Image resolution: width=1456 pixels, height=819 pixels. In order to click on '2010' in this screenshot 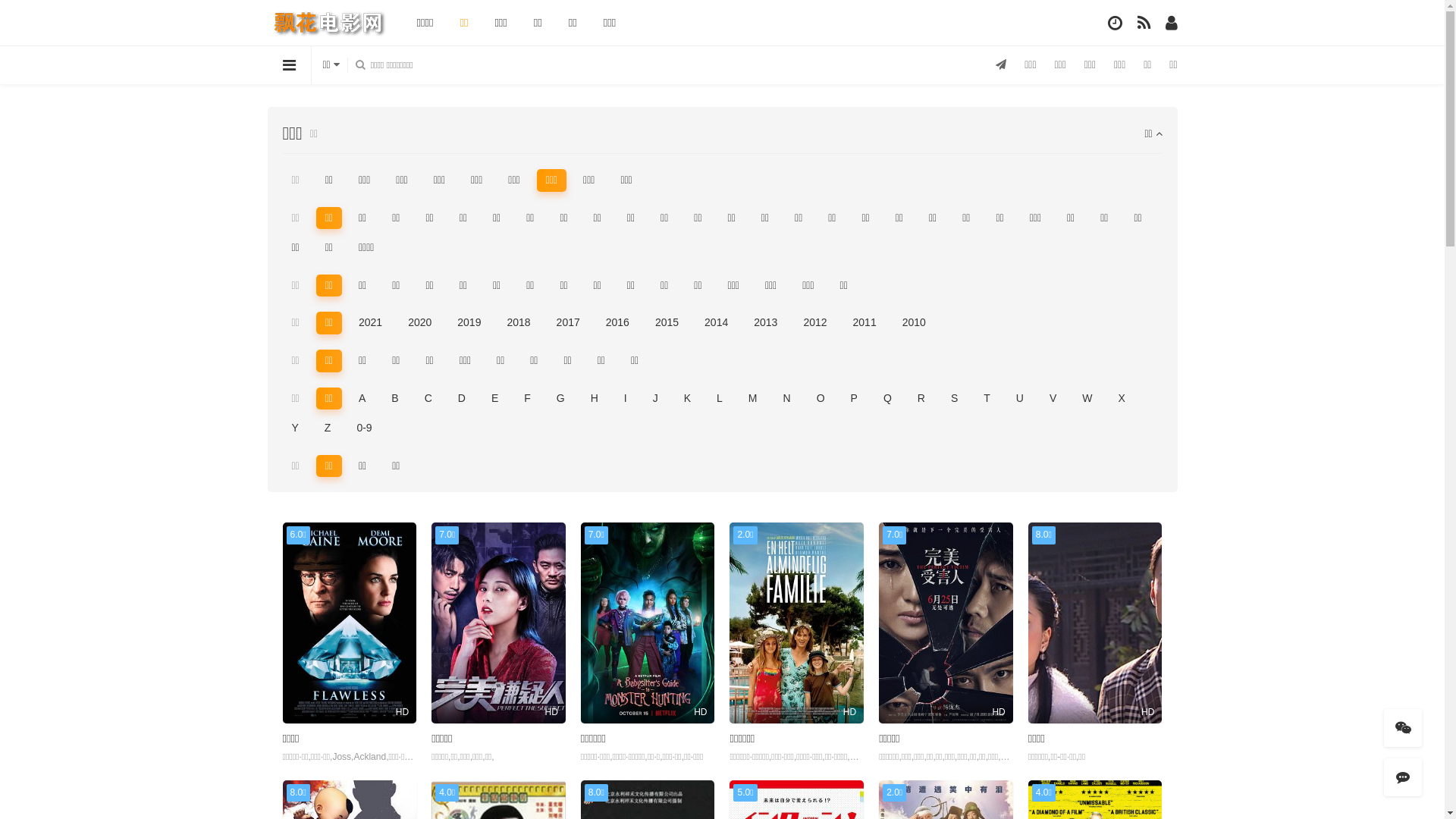, I will do `click(913, 322)`.